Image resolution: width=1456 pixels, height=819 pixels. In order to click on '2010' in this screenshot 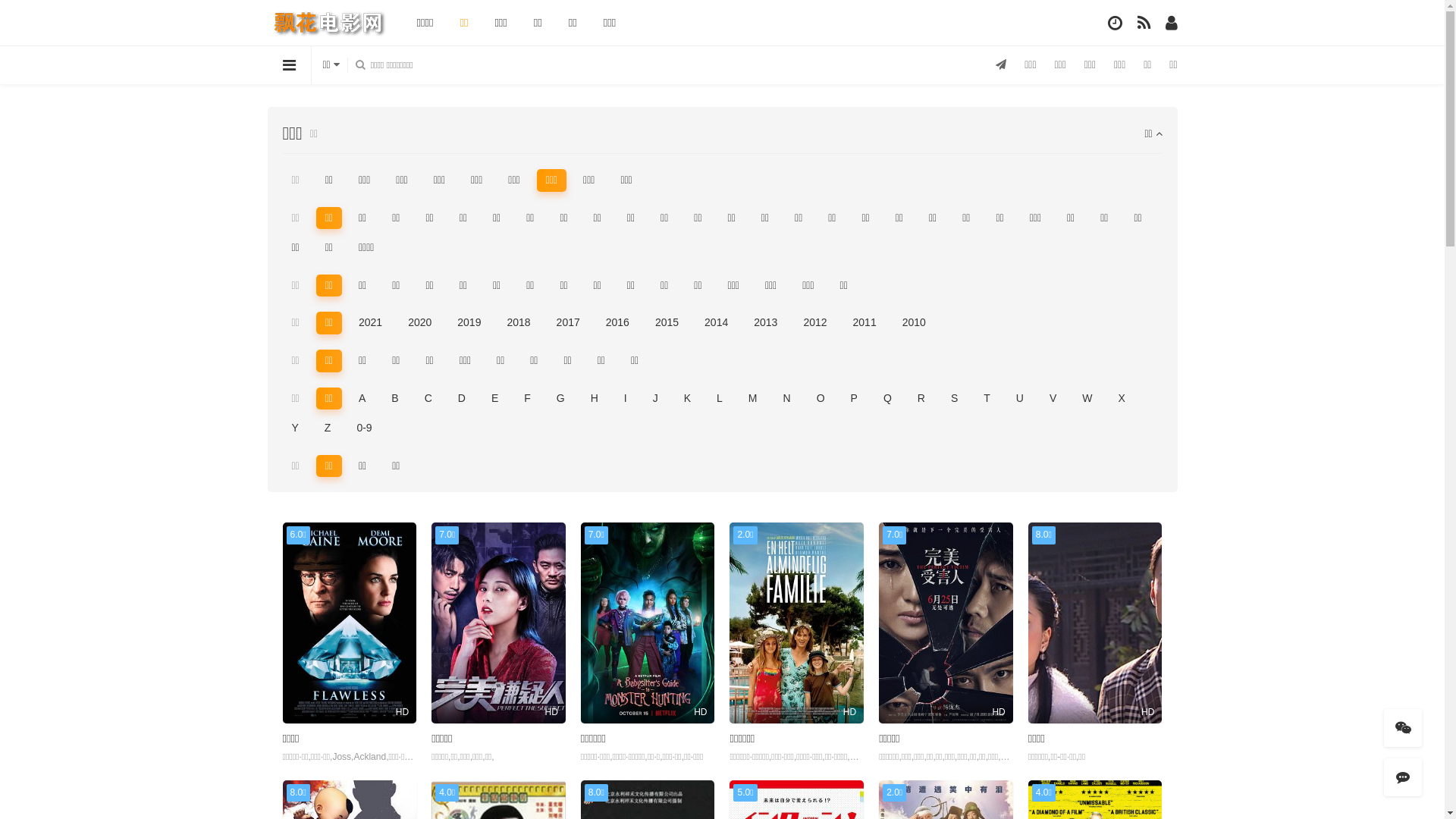, I will do `click(913, 322)`.